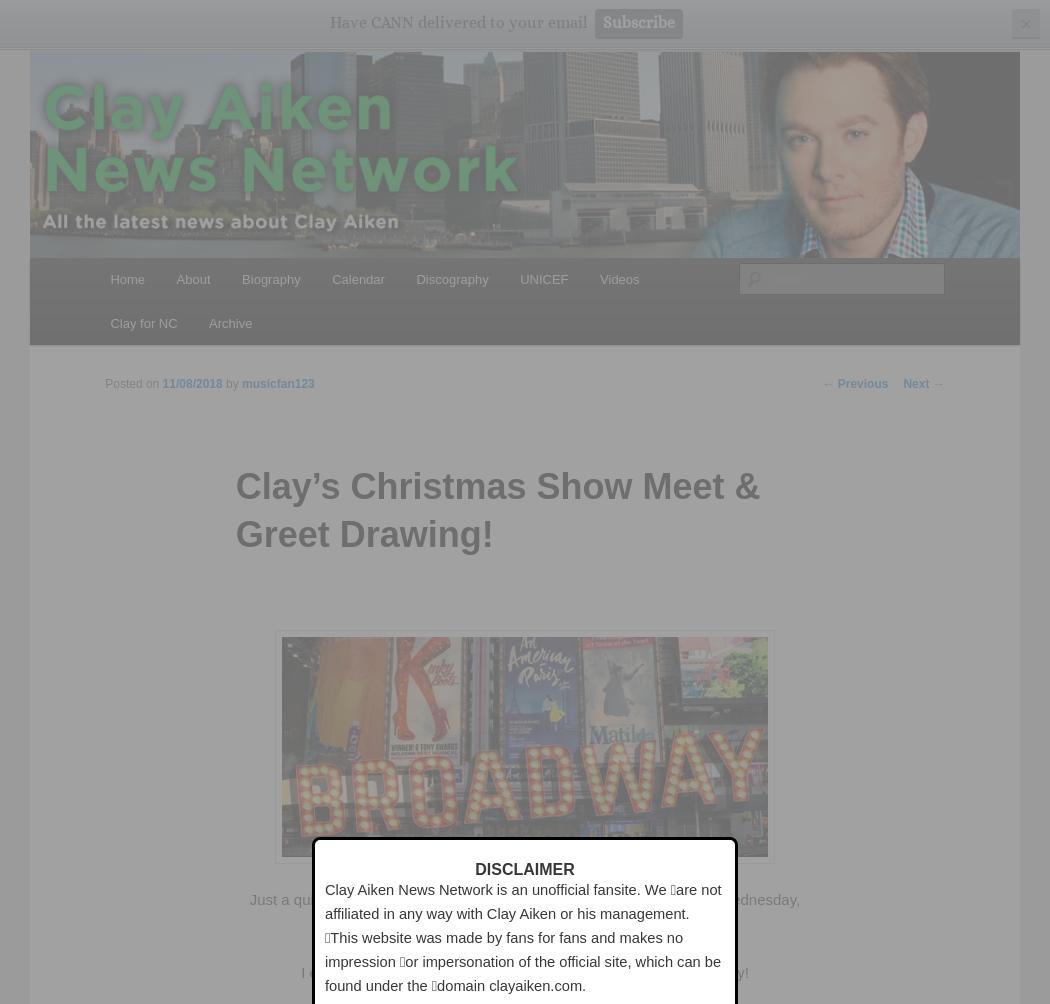 The height and width of the screenshot is (1004, 1050). I want to click on 'Clay’s Christmas Show Meet & Greet Drawing!', so click(496, 510).